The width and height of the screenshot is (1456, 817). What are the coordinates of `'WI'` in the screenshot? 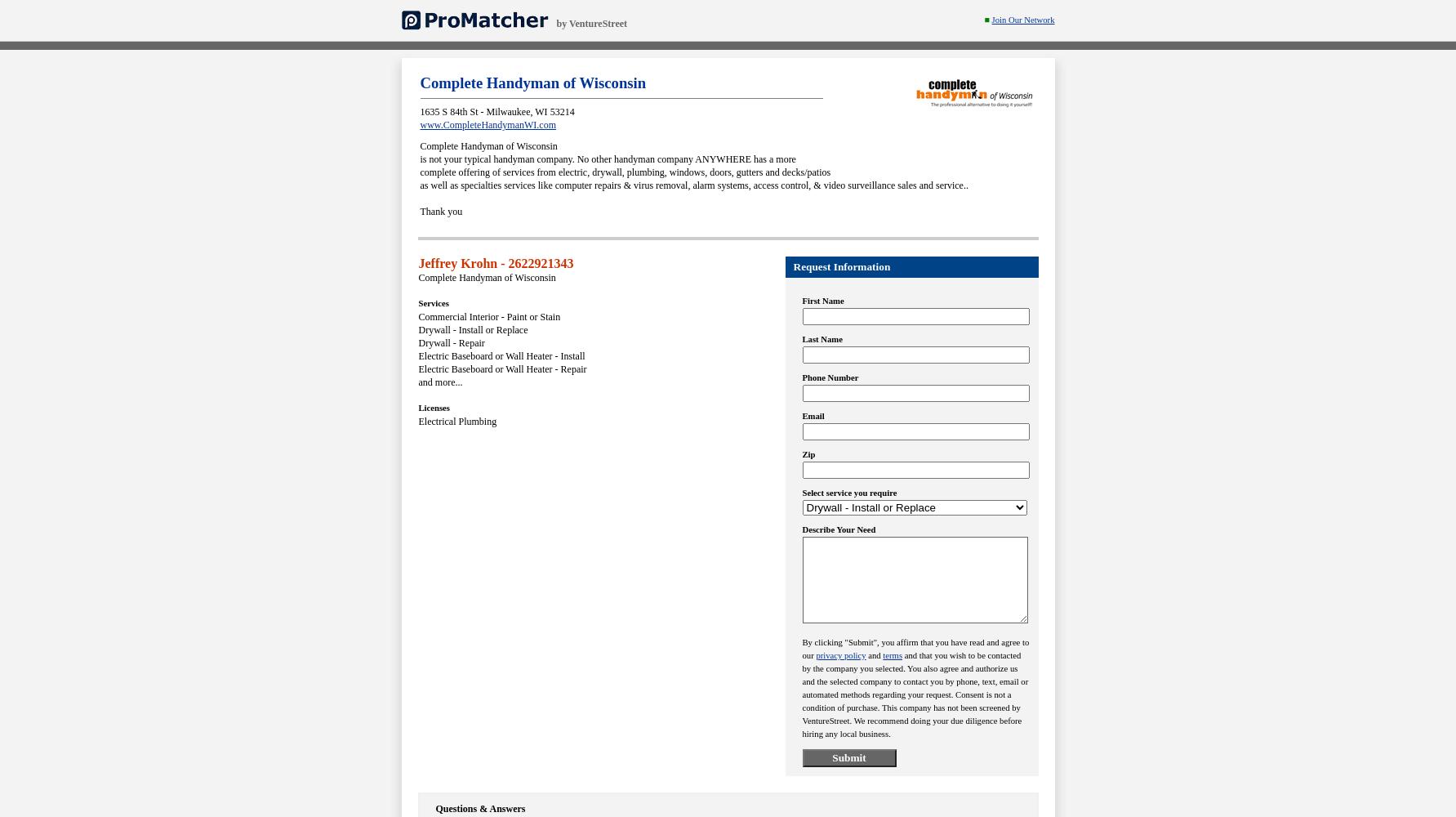 It's located at (535, 112).